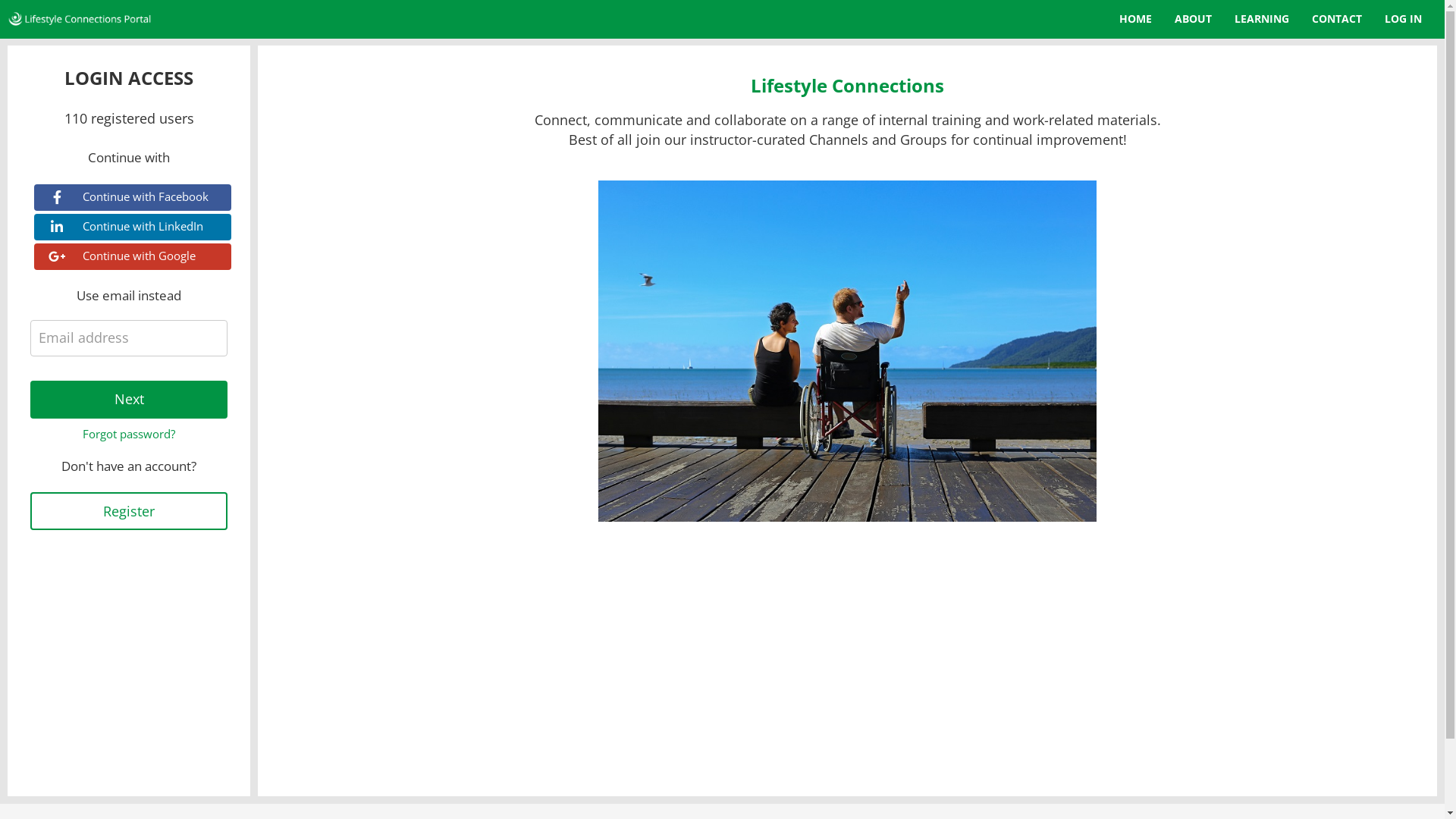 Image resolution: width=1456 pixels, height=819 pixels. Describe the element at coordinates (132, 196) in the screenshot. I see `'Continue with Facebook'` at that location.